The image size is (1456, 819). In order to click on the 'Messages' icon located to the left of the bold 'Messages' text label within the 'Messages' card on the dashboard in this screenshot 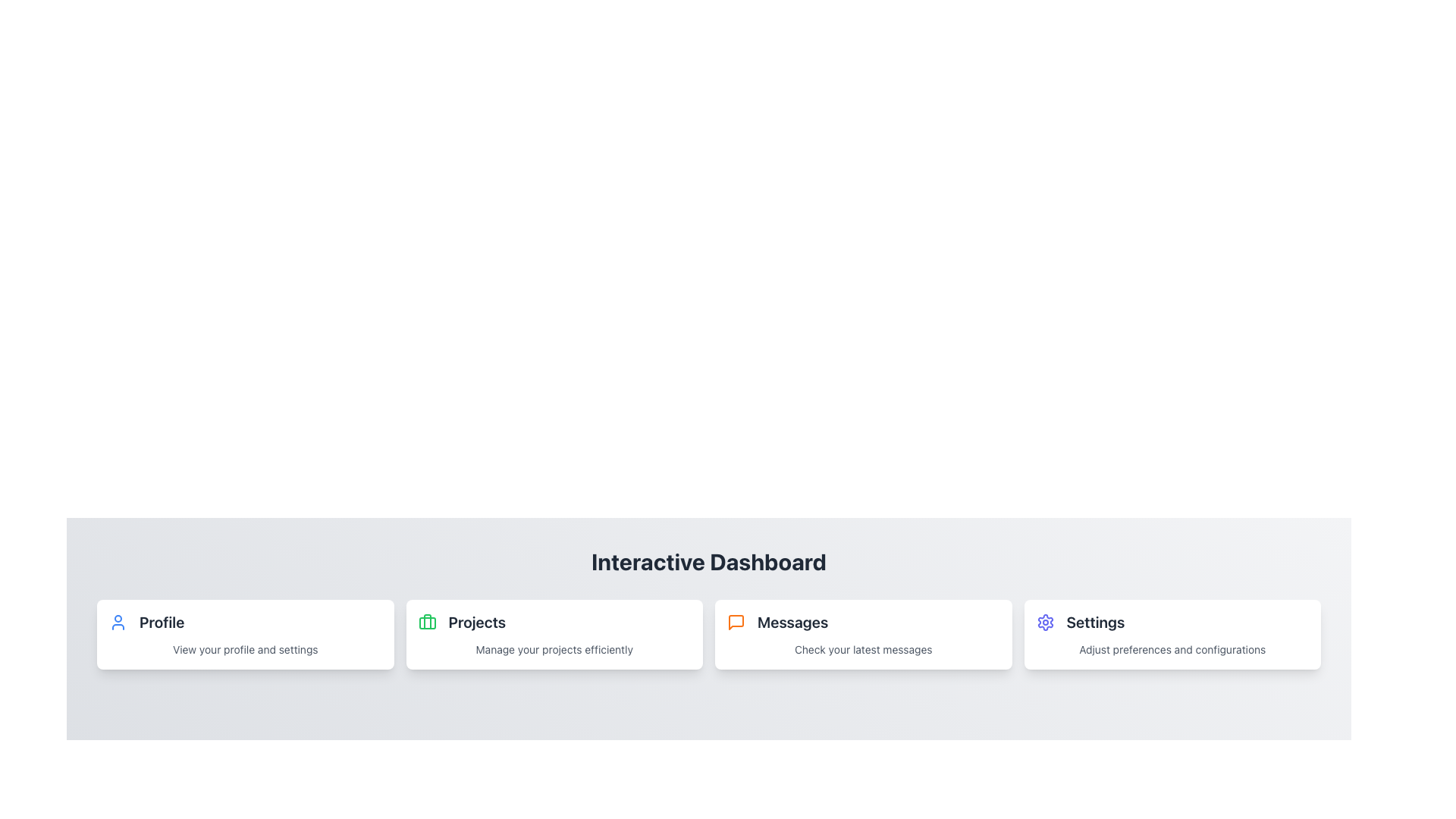, I will do `click(736, 623)`.